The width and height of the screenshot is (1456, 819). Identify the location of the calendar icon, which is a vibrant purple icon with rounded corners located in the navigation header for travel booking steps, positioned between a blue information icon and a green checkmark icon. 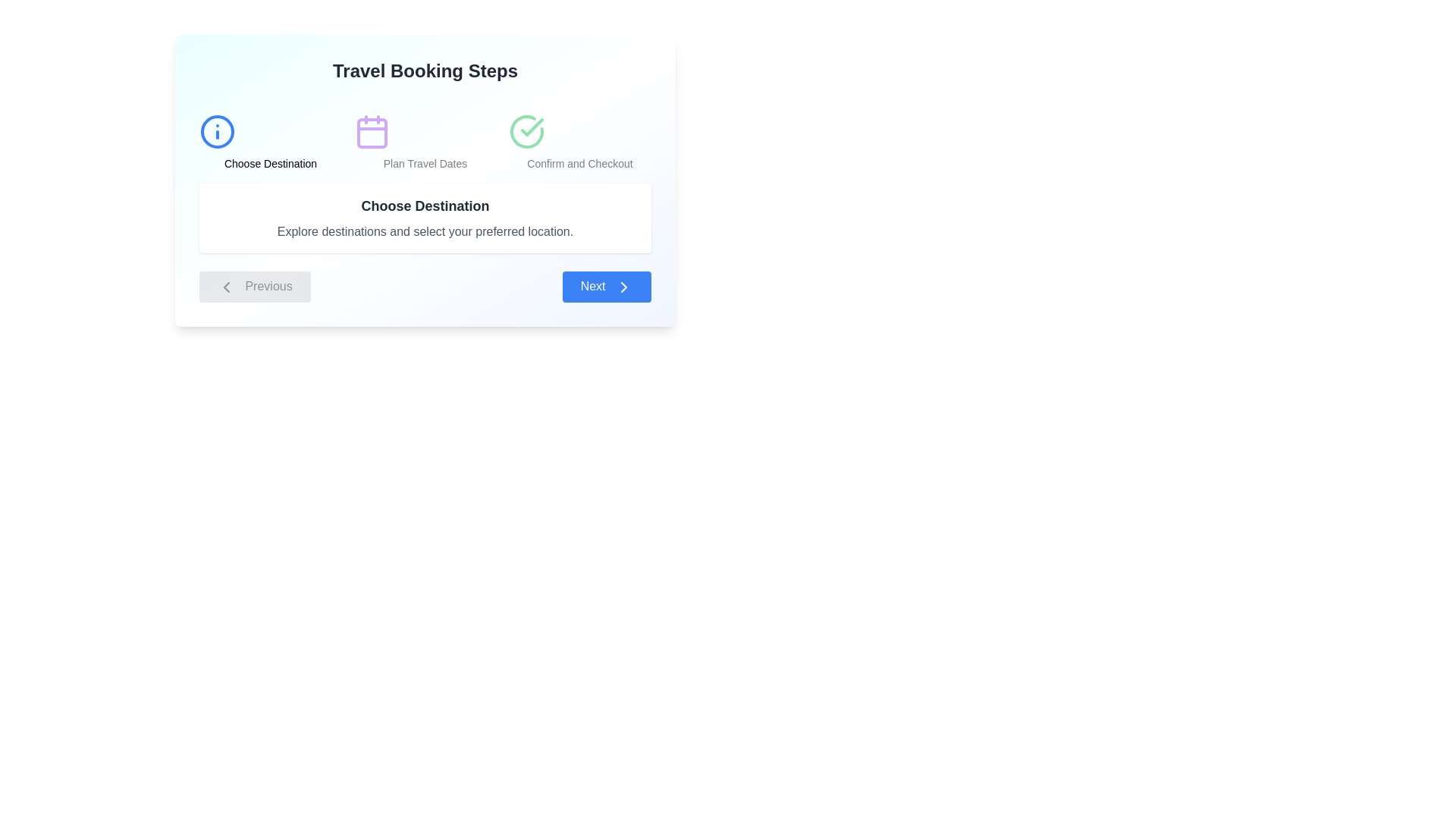
(372, 130).